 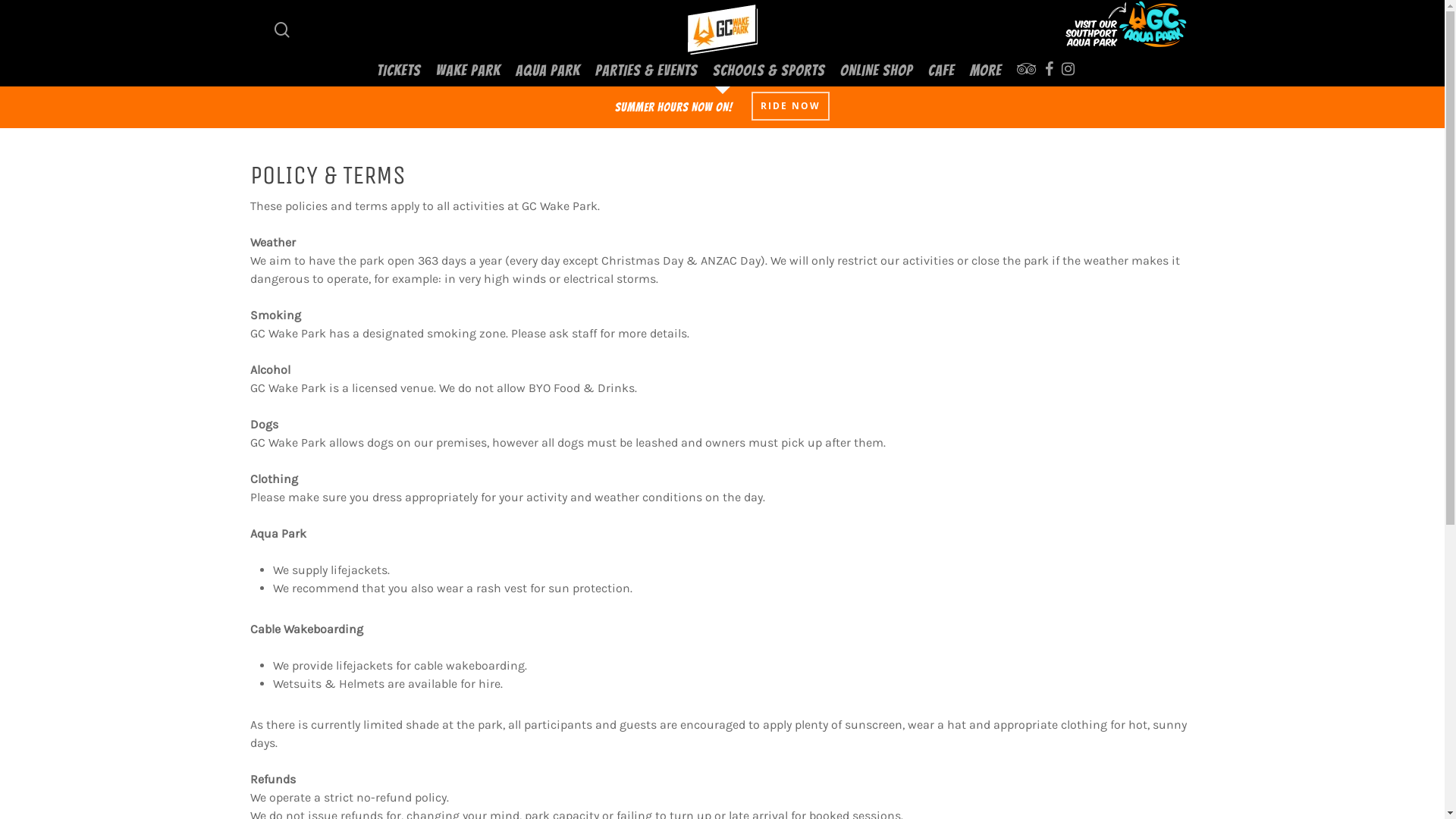 What do you see at coordinates (282, 29) in the screenshot?
I see `'search'` at bounding box center [282, 29].